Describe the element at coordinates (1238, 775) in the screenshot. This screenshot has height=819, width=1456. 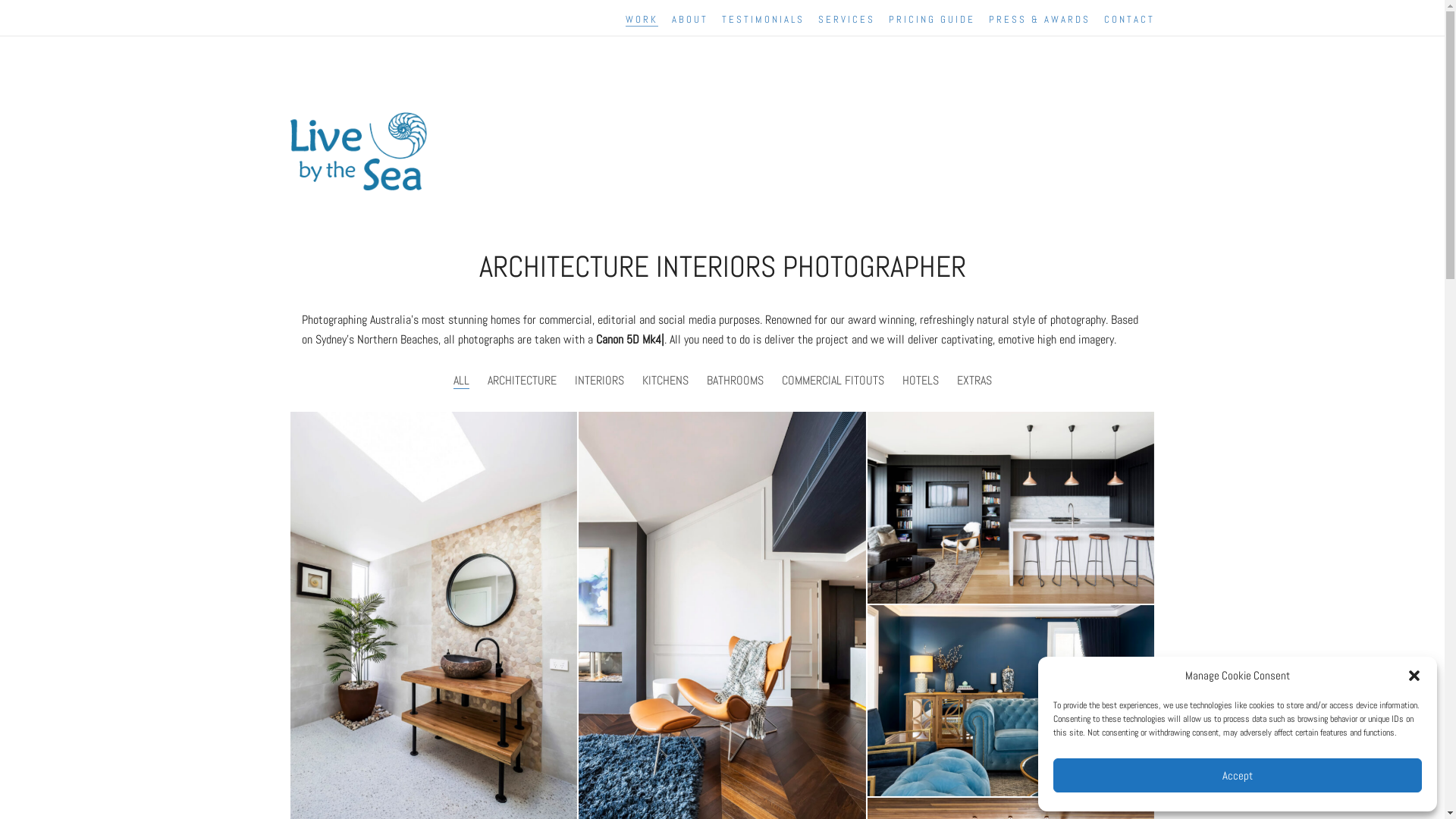
I see `'Accept'` at that location.